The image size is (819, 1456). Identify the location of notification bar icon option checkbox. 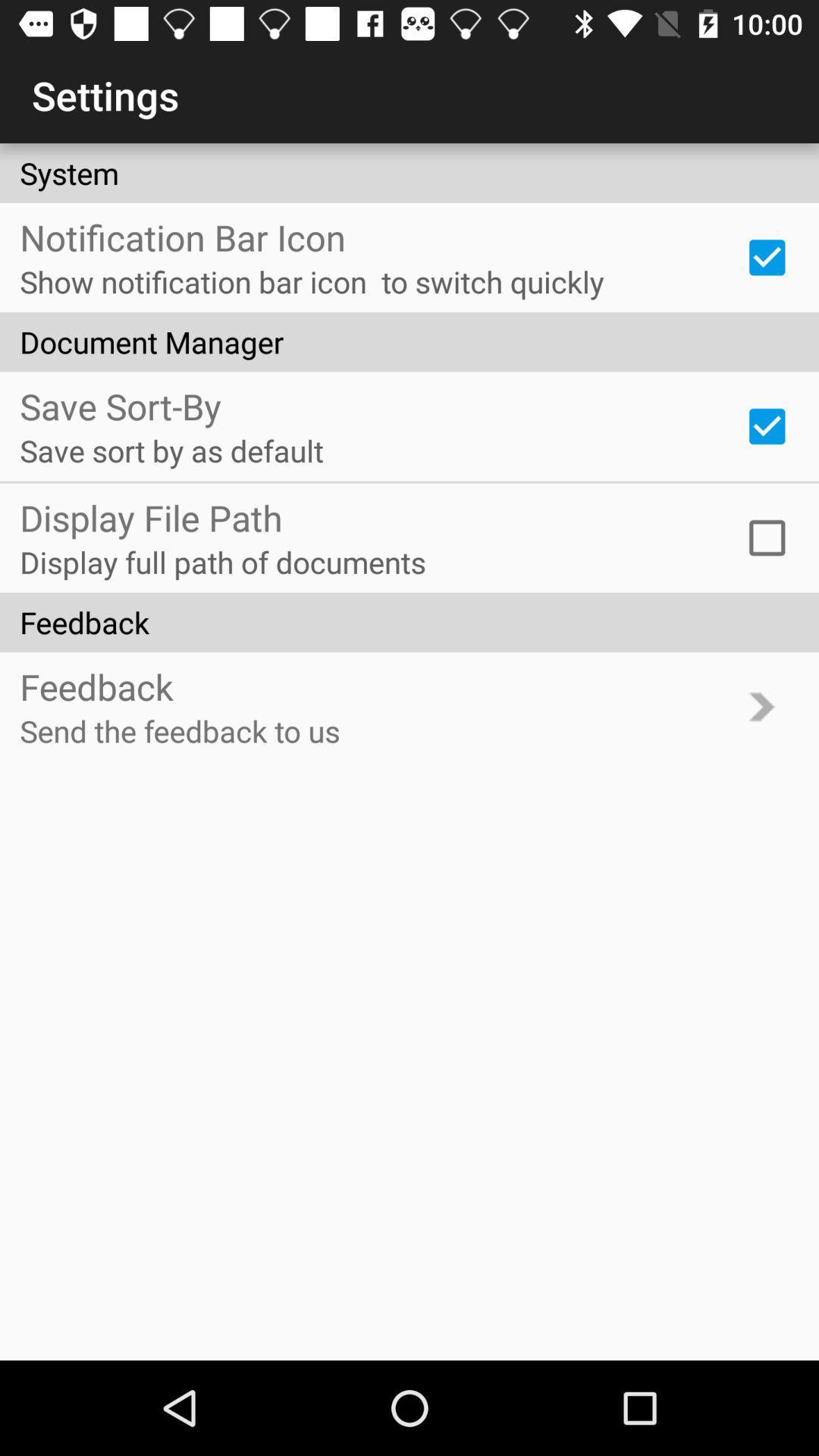
(767, 257).